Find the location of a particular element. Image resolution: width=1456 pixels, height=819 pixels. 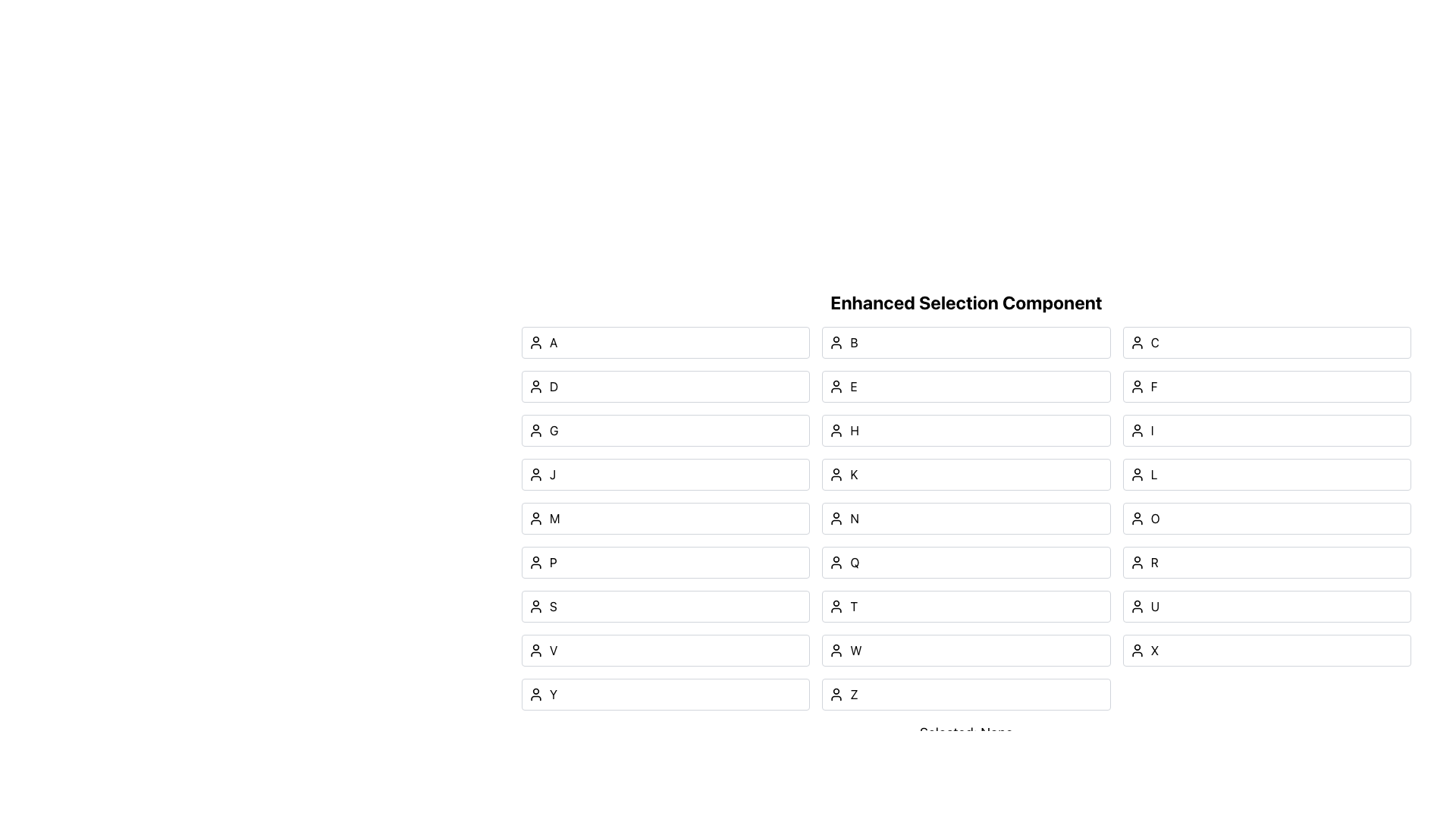

the user silhouette icon located in the fourth row and first column of the grid, which is outlined and has a transparent background is located at coordinates (535, 473).